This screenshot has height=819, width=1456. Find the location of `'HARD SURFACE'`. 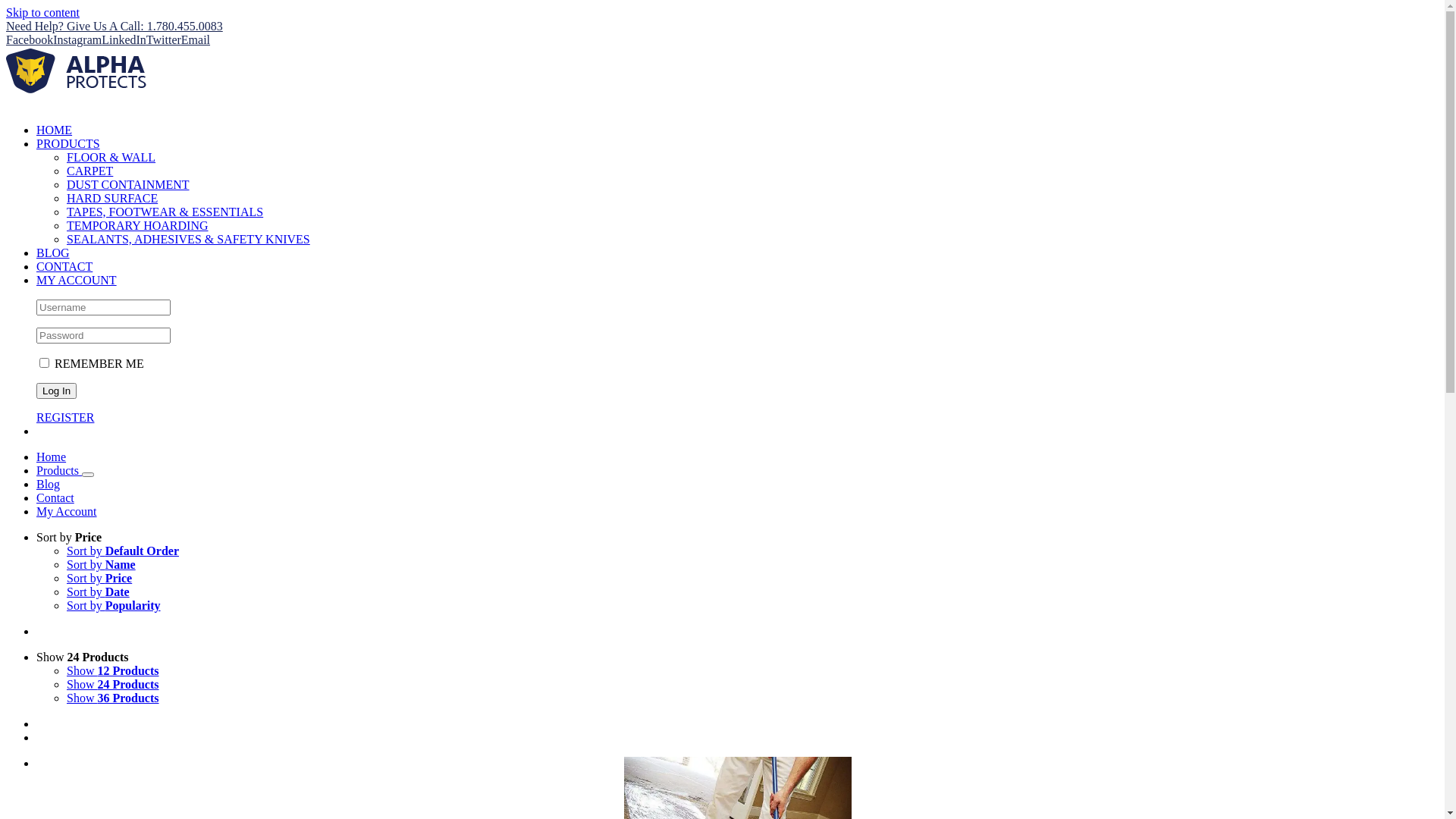

'HARD SURFACE' is located at coordinates (65, 197).